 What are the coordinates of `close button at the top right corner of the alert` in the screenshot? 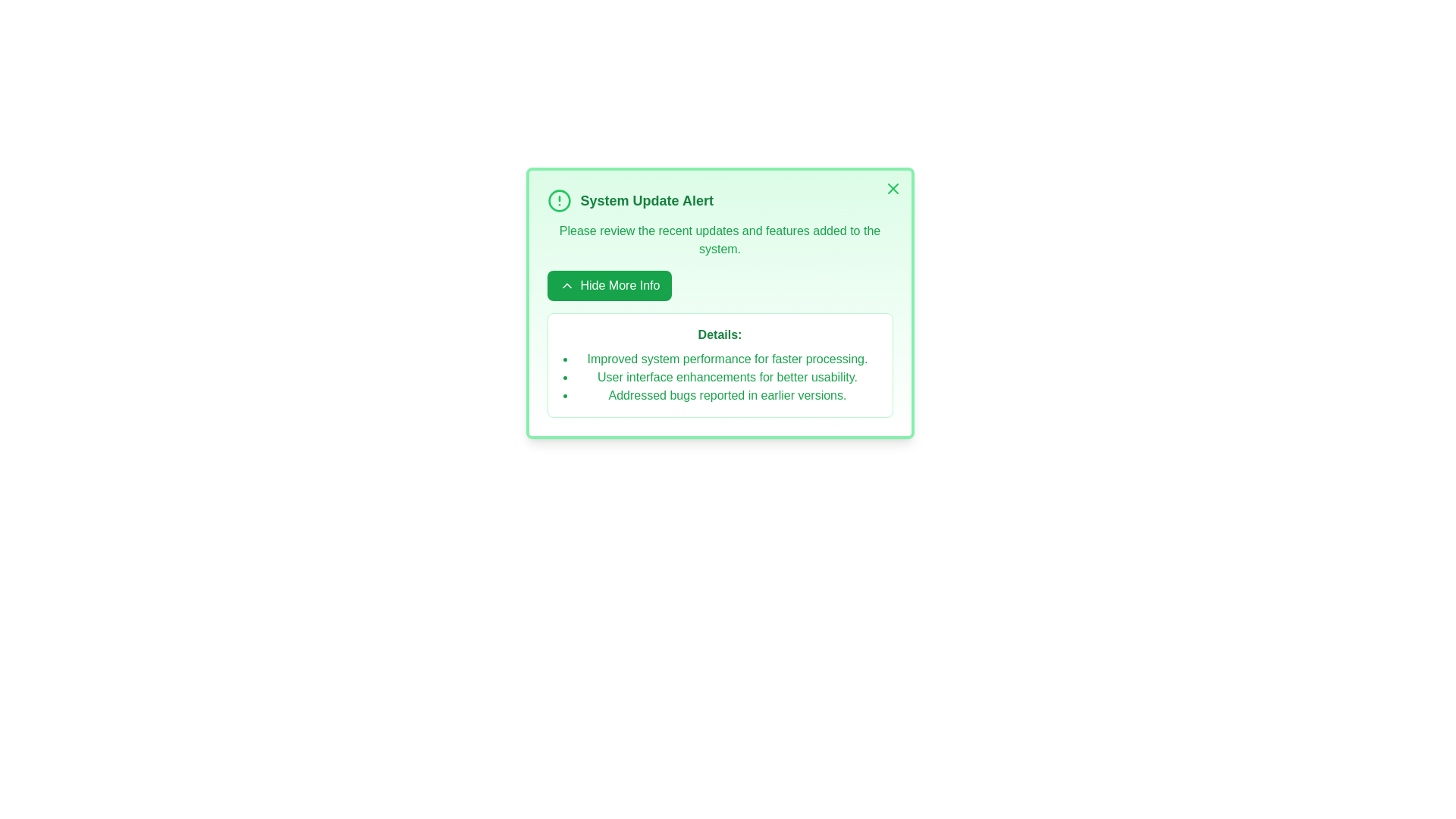 It's located at (893, 188).